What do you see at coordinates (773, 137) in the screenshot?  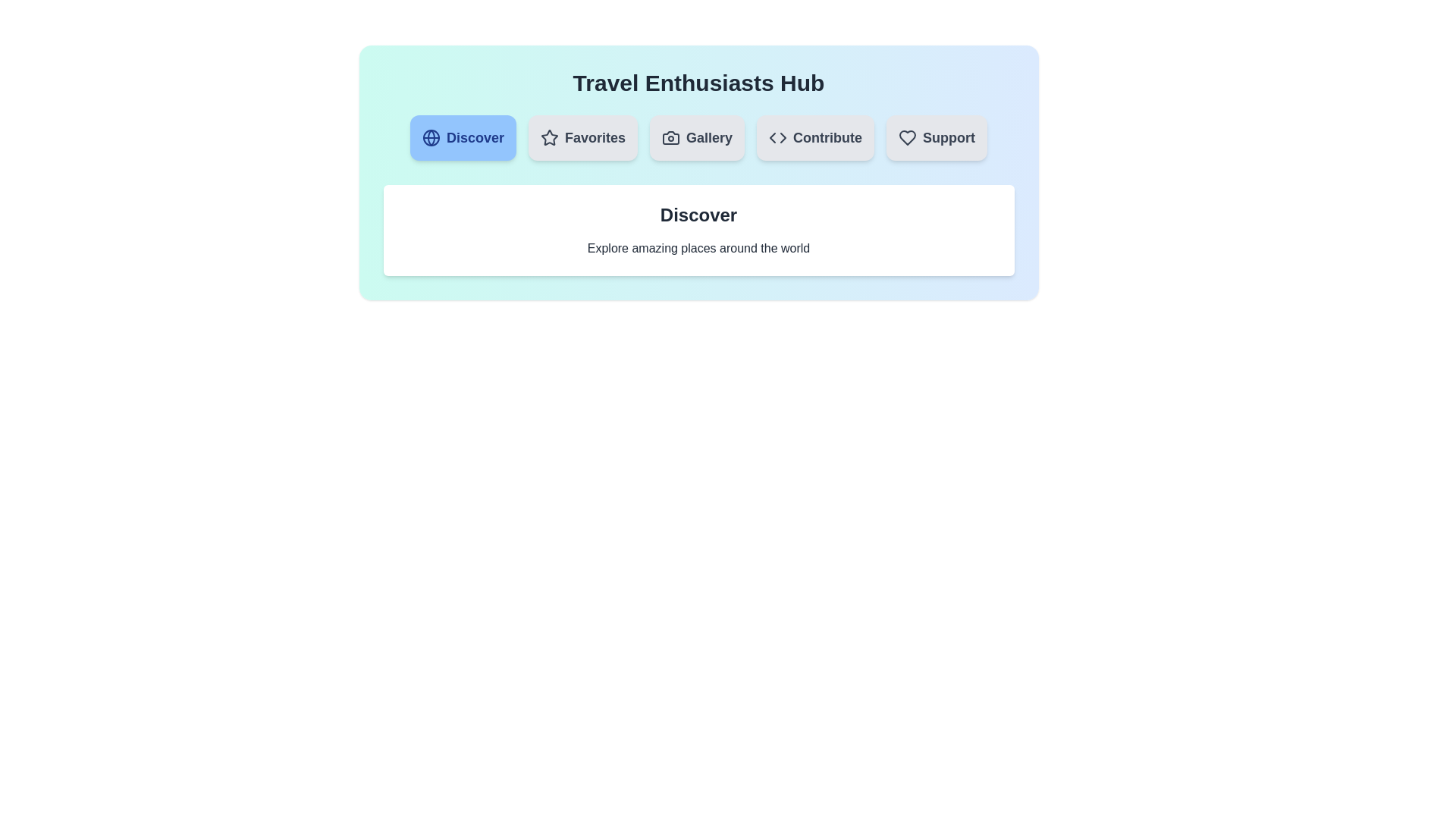 I see `the 'Contribute' button, which contains the leftward directional SVG graphic` at bounding box center [773, 137].